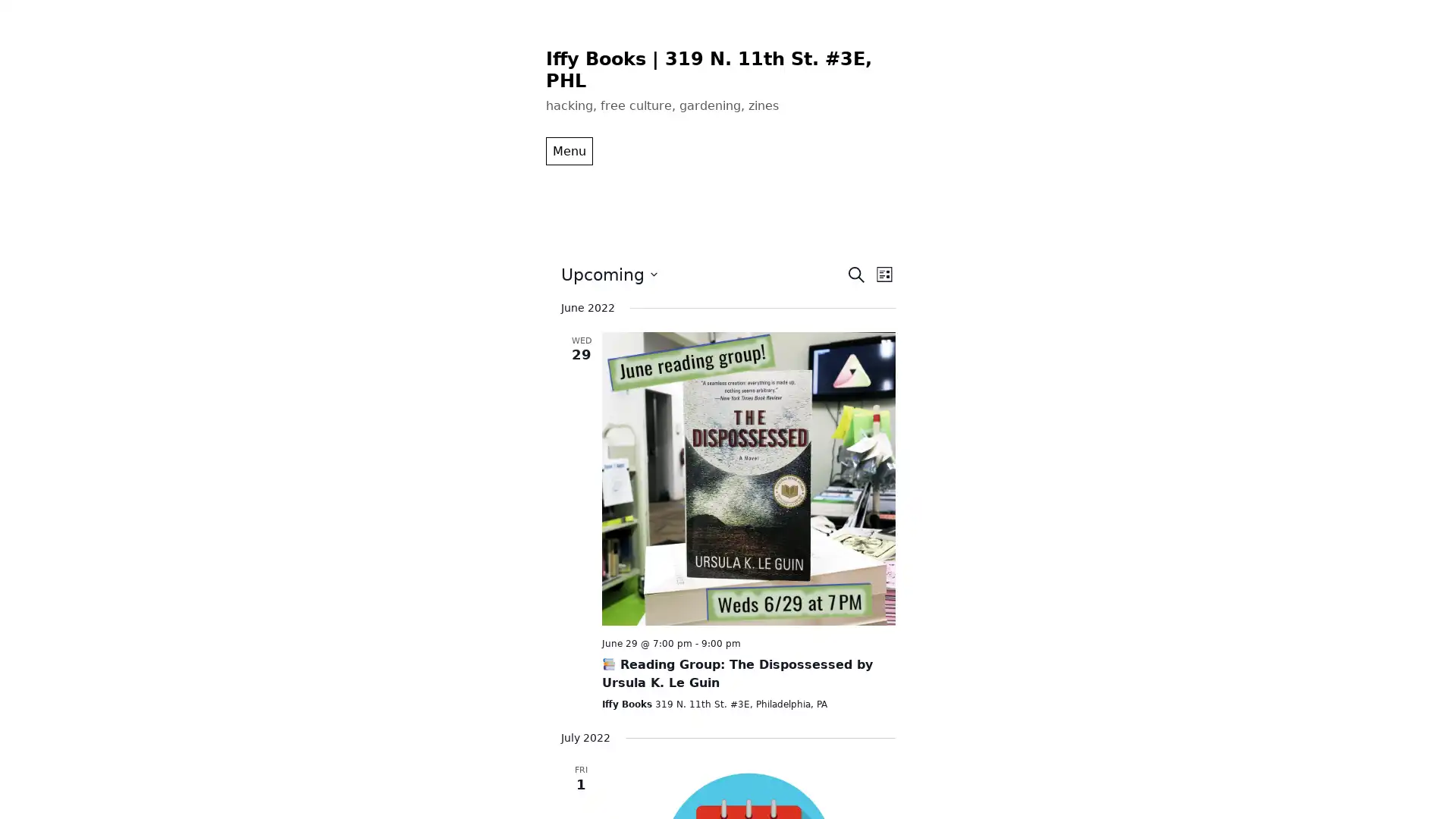 The width and height of the screenshot is (1456, 819). Describe the element at coordinates (855, 274) in the screenshot. I see `Search` at that location.